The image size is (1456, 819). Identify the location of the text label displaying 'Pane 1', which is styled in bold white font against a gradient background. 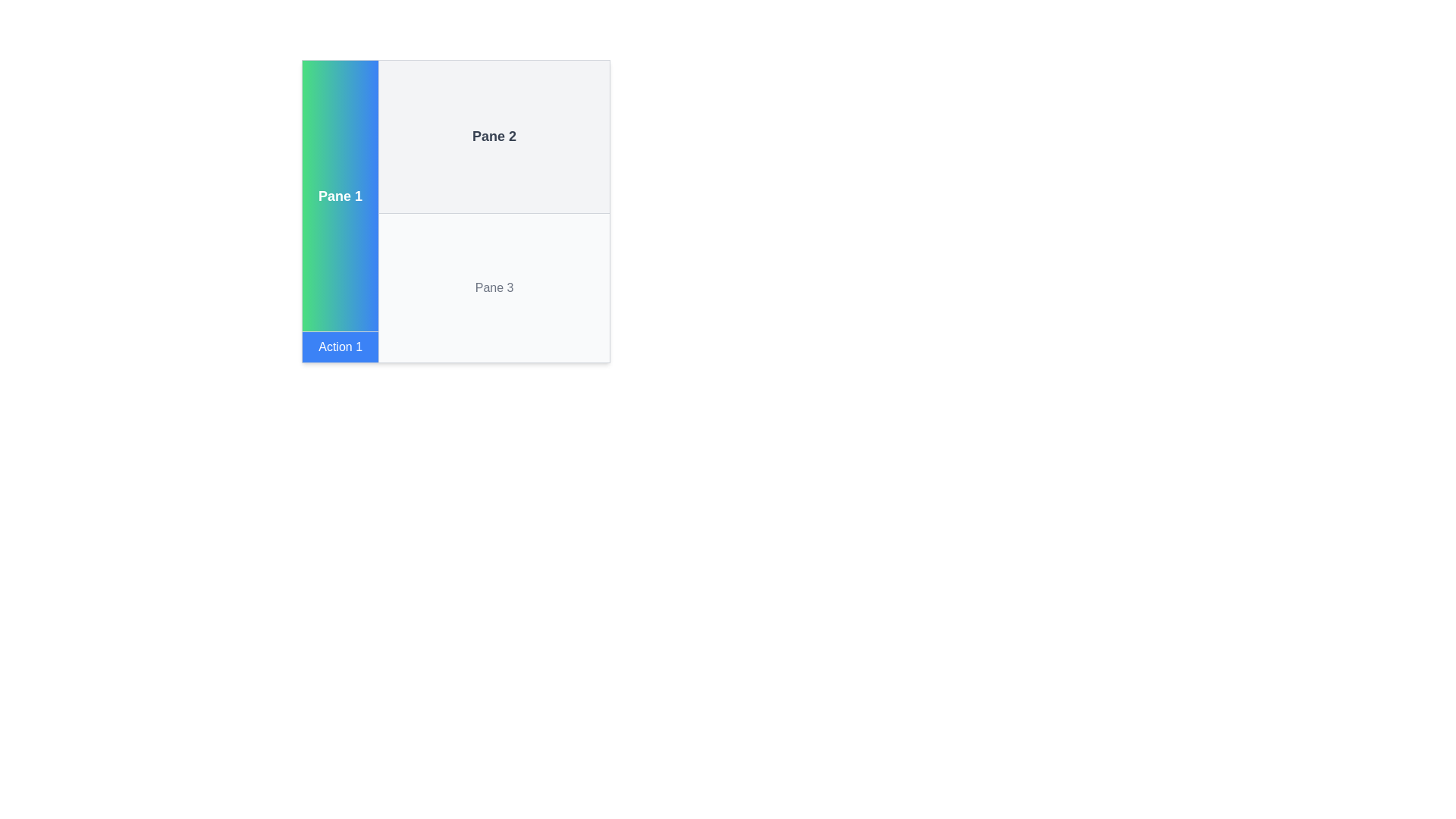
(340, 195).